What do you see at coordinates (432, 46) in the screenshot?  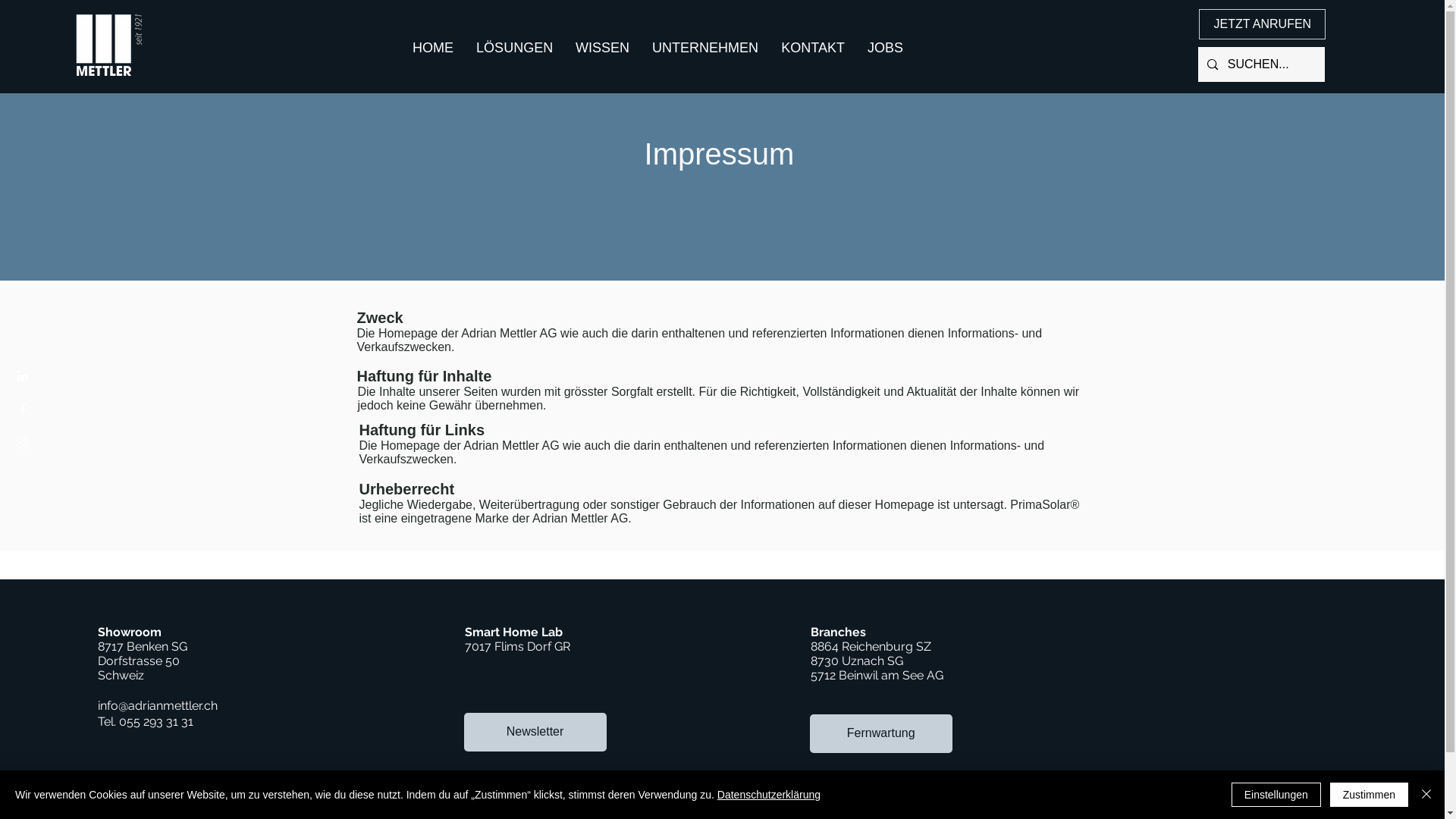 I see `'HOME'` at bounding box center [432, 46].